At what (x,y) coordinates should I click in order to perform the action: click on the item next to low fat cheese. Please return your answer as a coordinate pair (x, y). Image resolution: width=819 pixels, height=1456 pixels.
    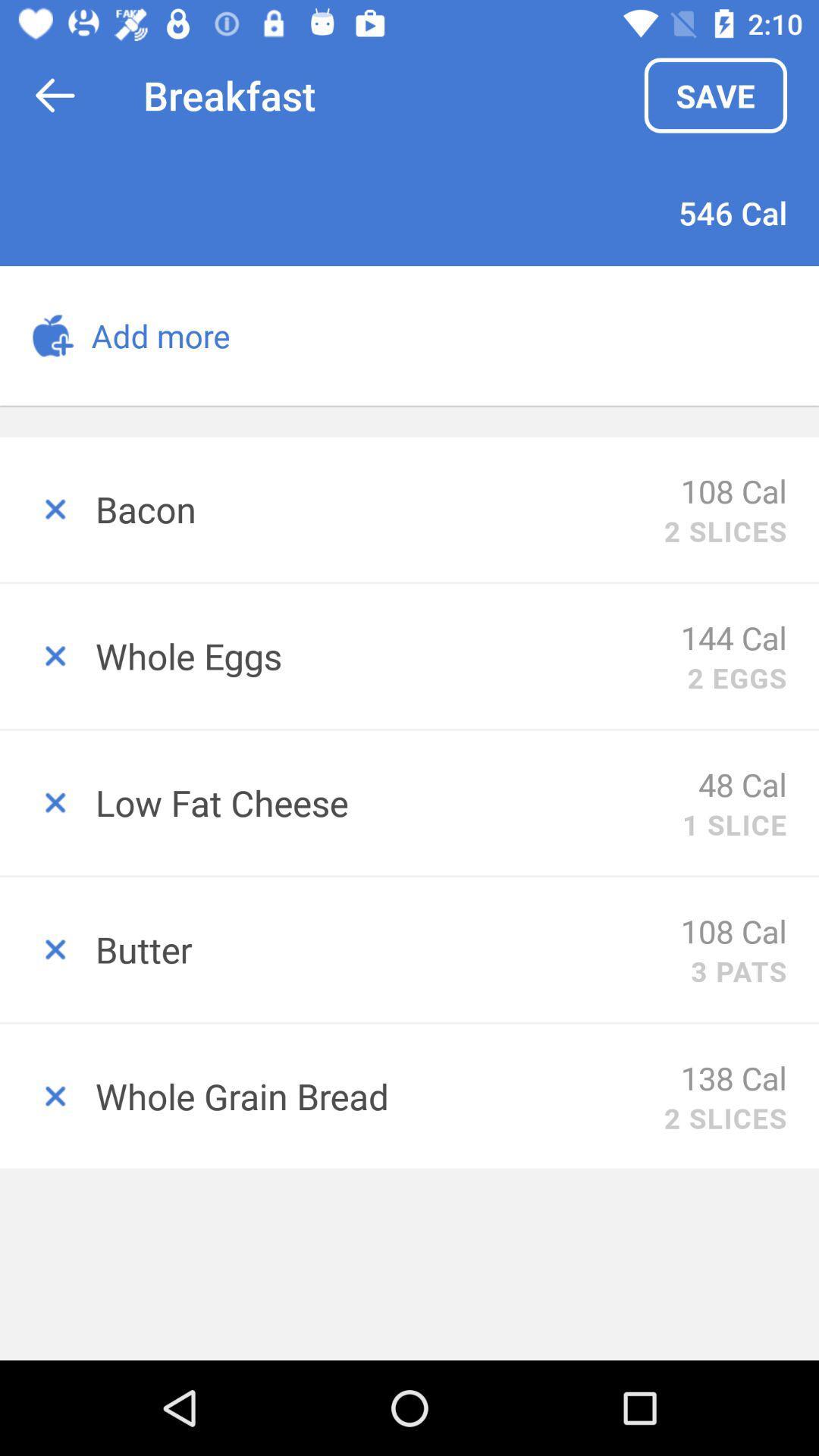
    Looking at the image, I should click on (742, 784).